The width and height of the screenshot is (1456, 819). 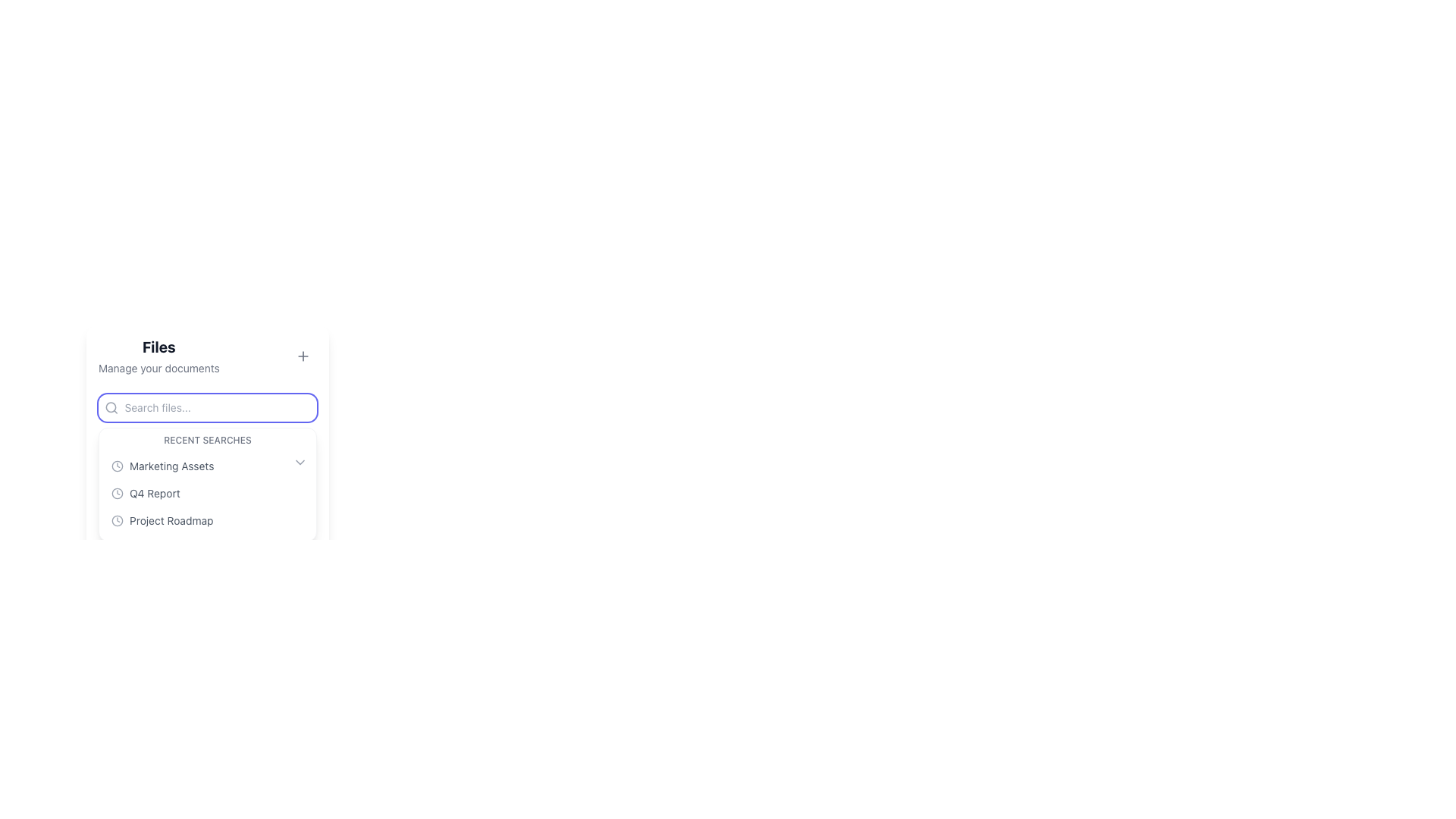 I want to click on the first item in the 'RECENT SEARCHES' list, so click(x=206, y=465).